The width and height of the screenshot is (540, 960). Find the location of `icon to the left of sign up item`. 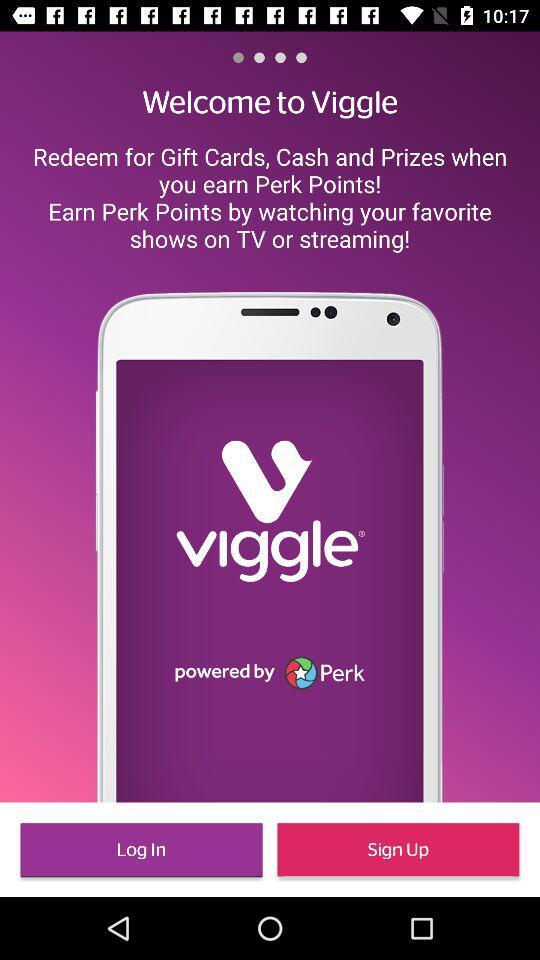

icon to the left of sign up item is located at coordinates (140, 848).